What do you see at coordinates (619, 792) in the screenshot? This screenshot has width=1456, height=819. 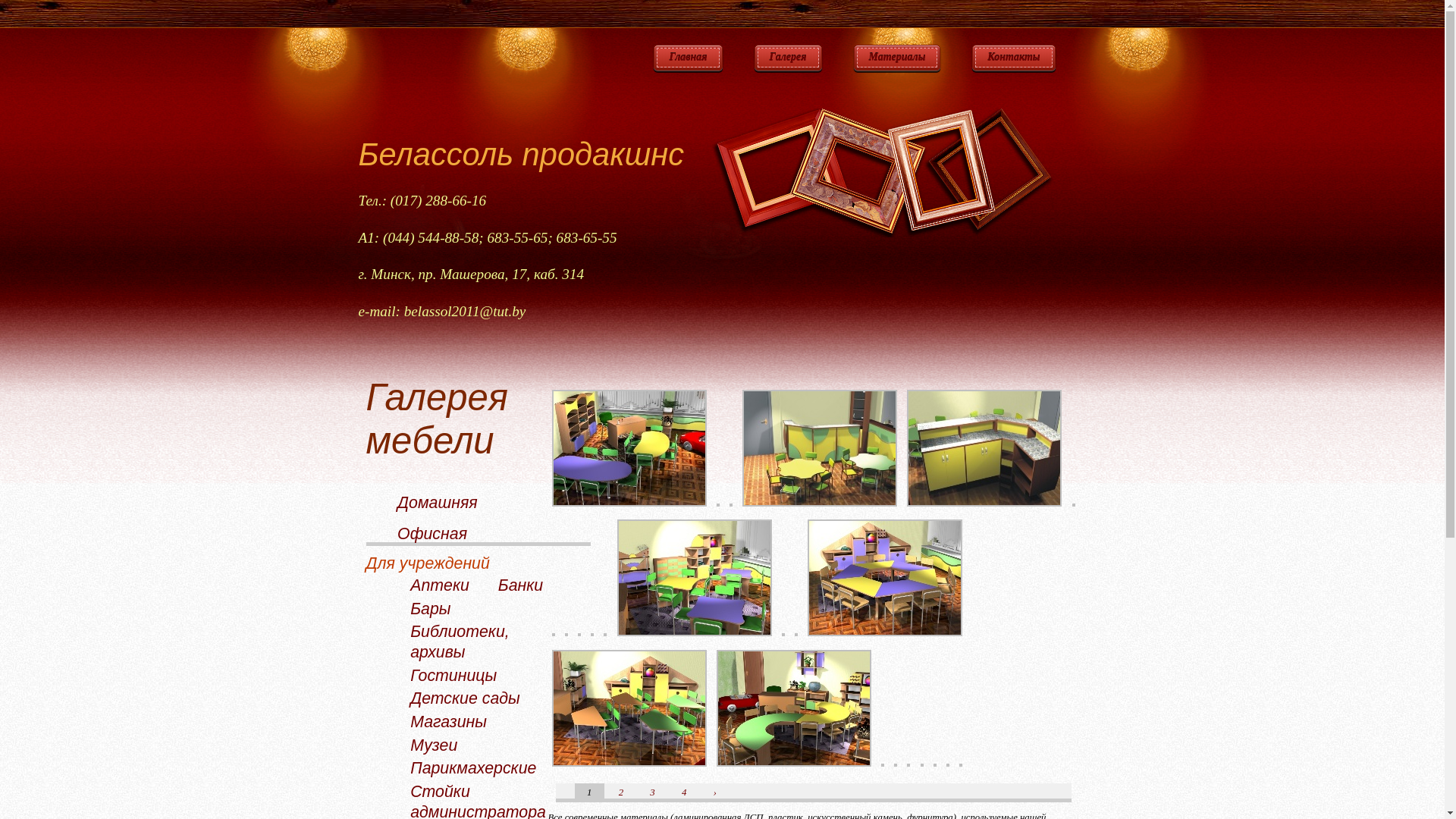 I see `'2'` at bounding box center [619, 792].